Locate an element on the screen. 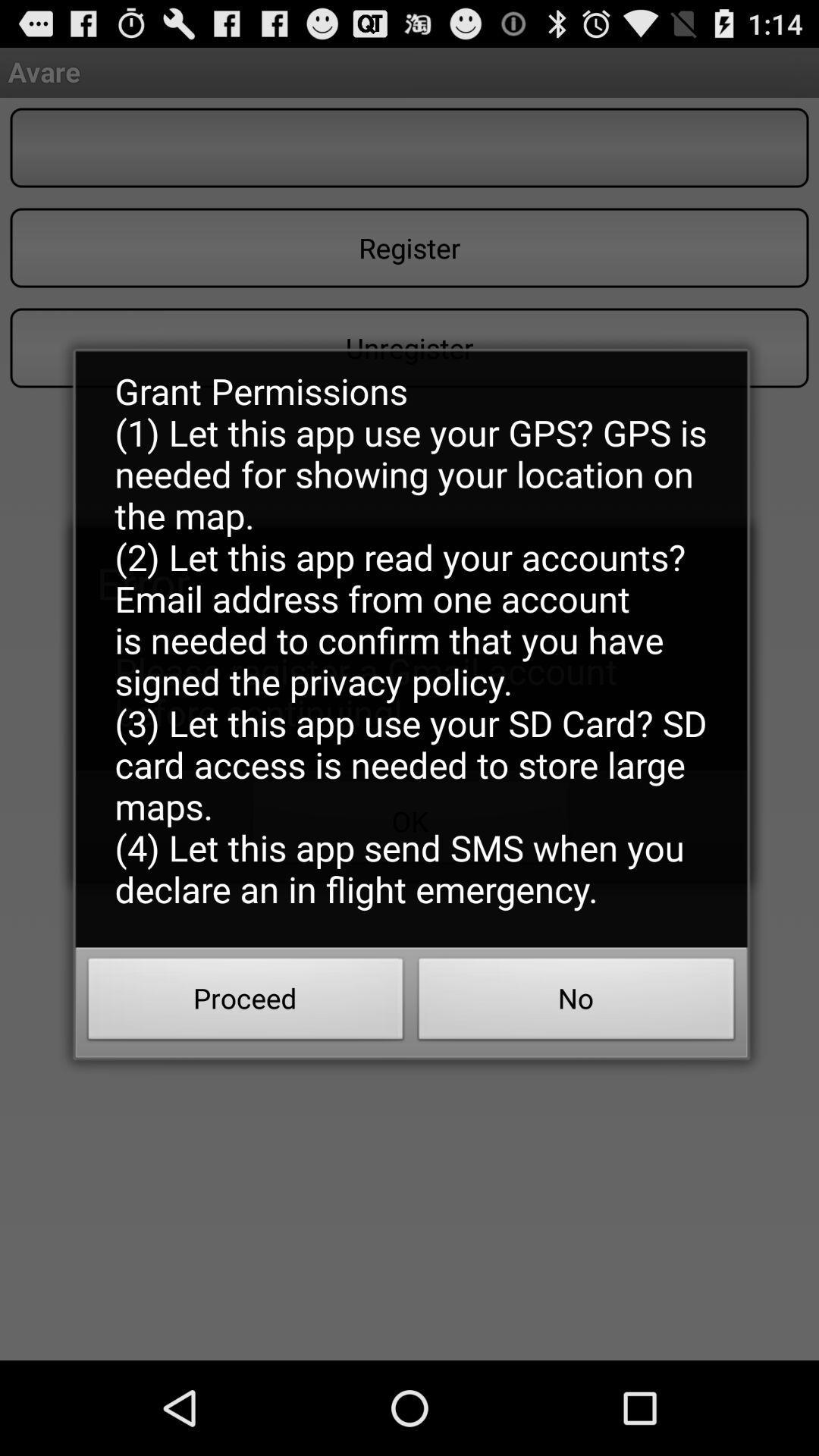 This screenshot has width=819, height=1456. icon next to the proceed item is located at coordinates (576, 1003).